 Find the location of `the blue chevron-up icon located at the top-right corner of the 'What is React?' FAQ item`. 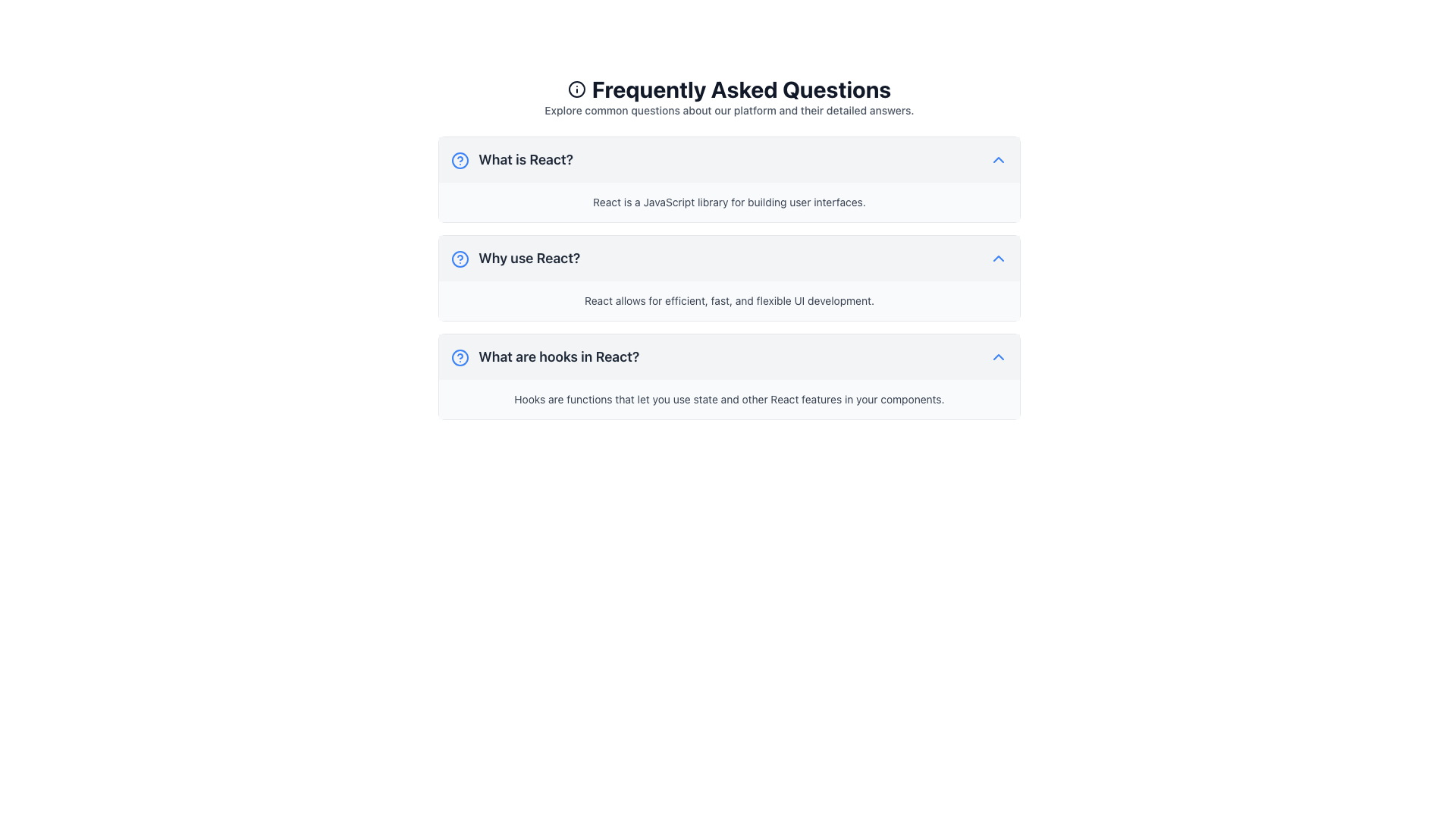

the blue chevron-up icon located at the top-right corner of the 'What is React?' FAQ item is located at coordinates (998, 160).